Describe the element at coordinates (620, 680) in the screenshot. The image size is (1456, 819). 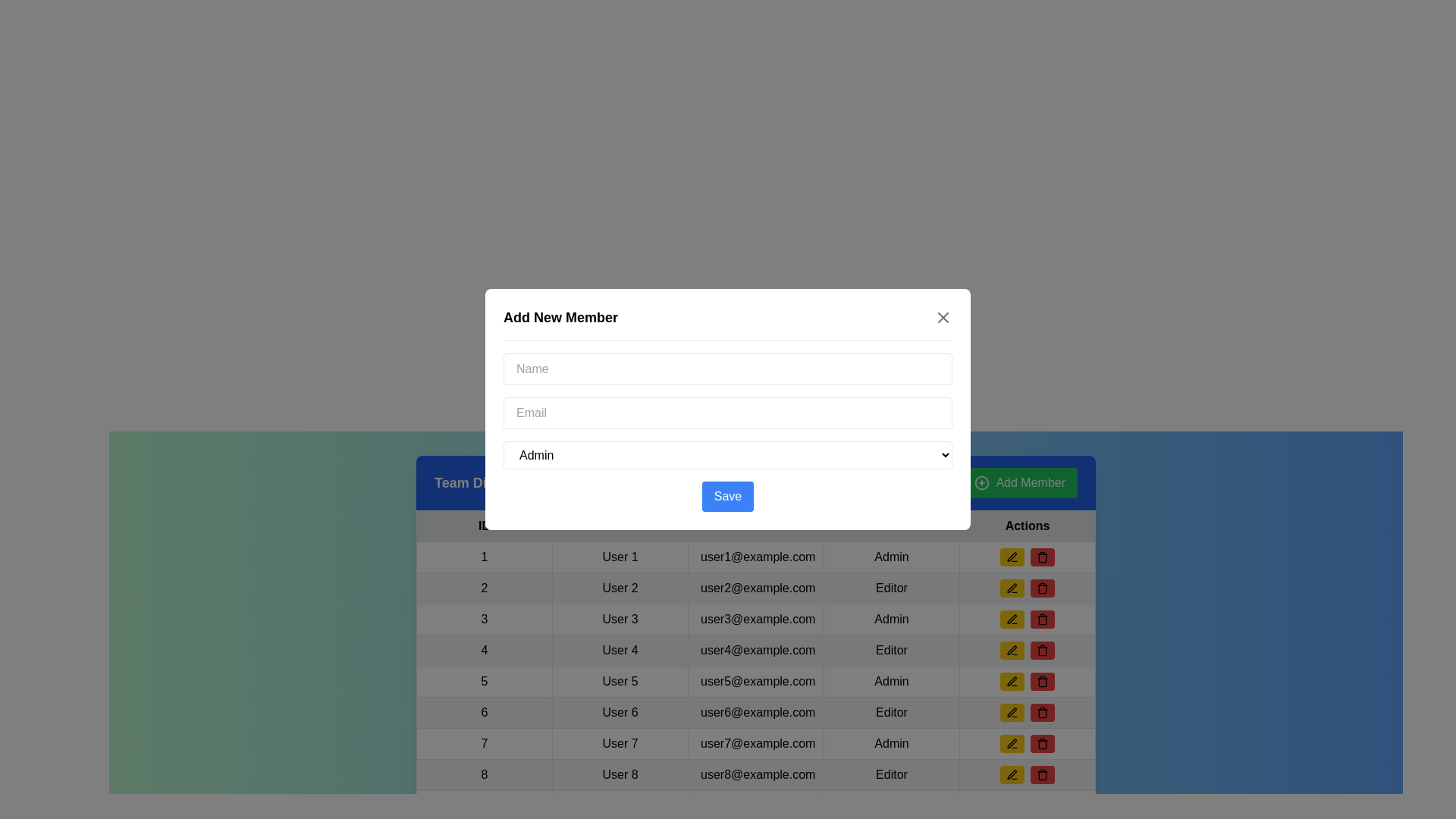
I see `the table cell containing the text 'User 5' in the fifth row and second column` at that location.